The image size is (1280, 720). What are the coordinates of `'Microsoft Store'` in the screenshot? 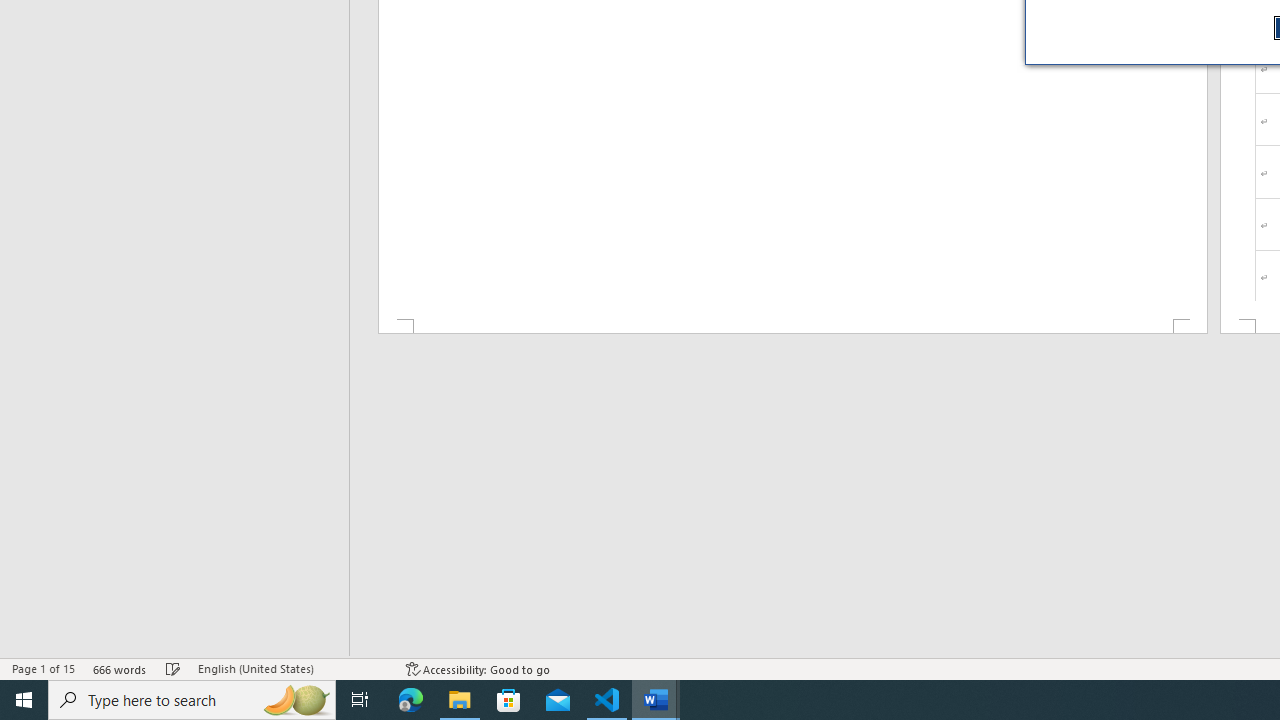 It's located at (509, 698).